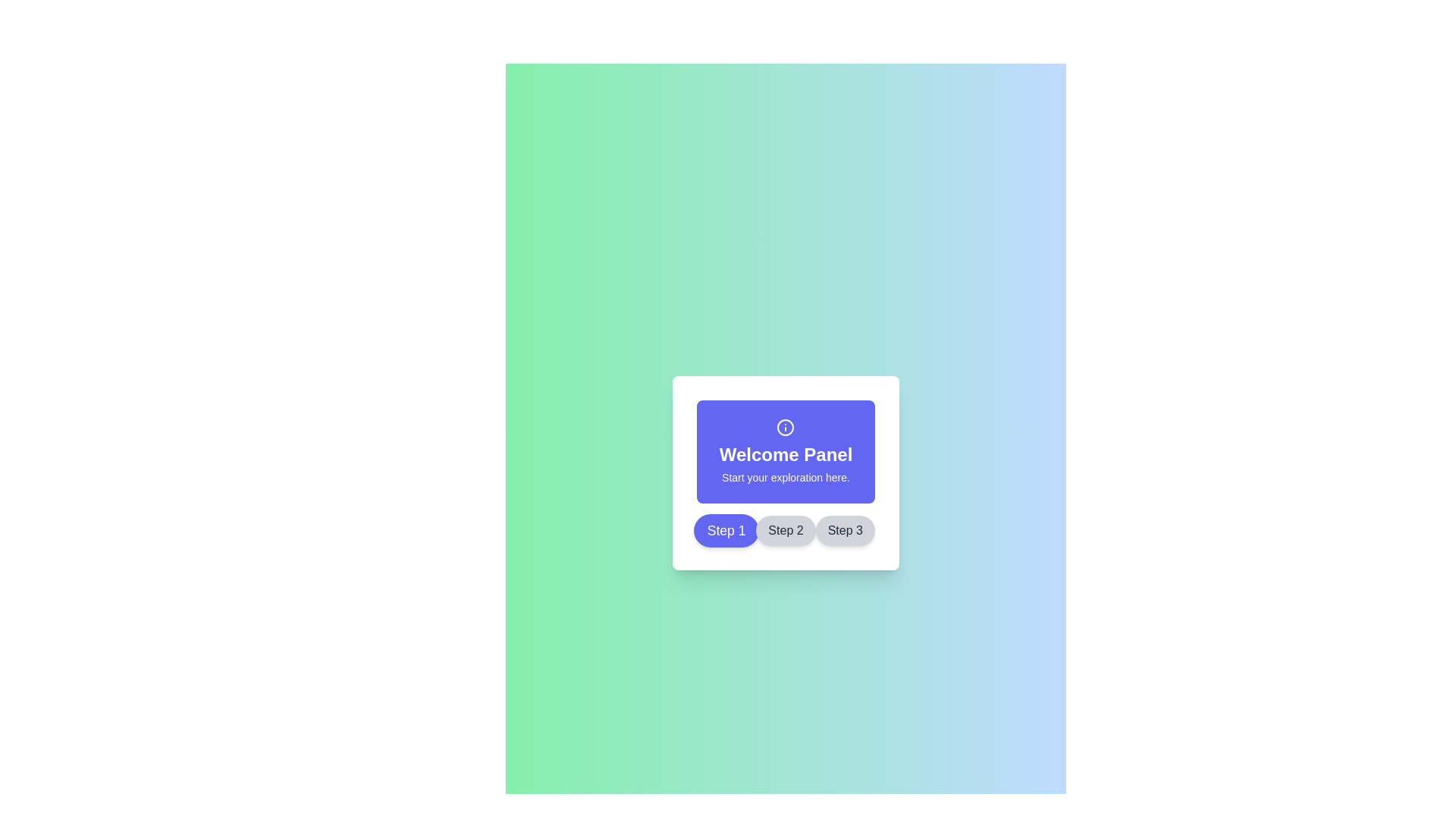 This screenshot has width=1456, height=819. I want to click on the rectangular button with rounded corners labeled 'Step 3' located below the 'Welcome Panel', so click(844, 529).